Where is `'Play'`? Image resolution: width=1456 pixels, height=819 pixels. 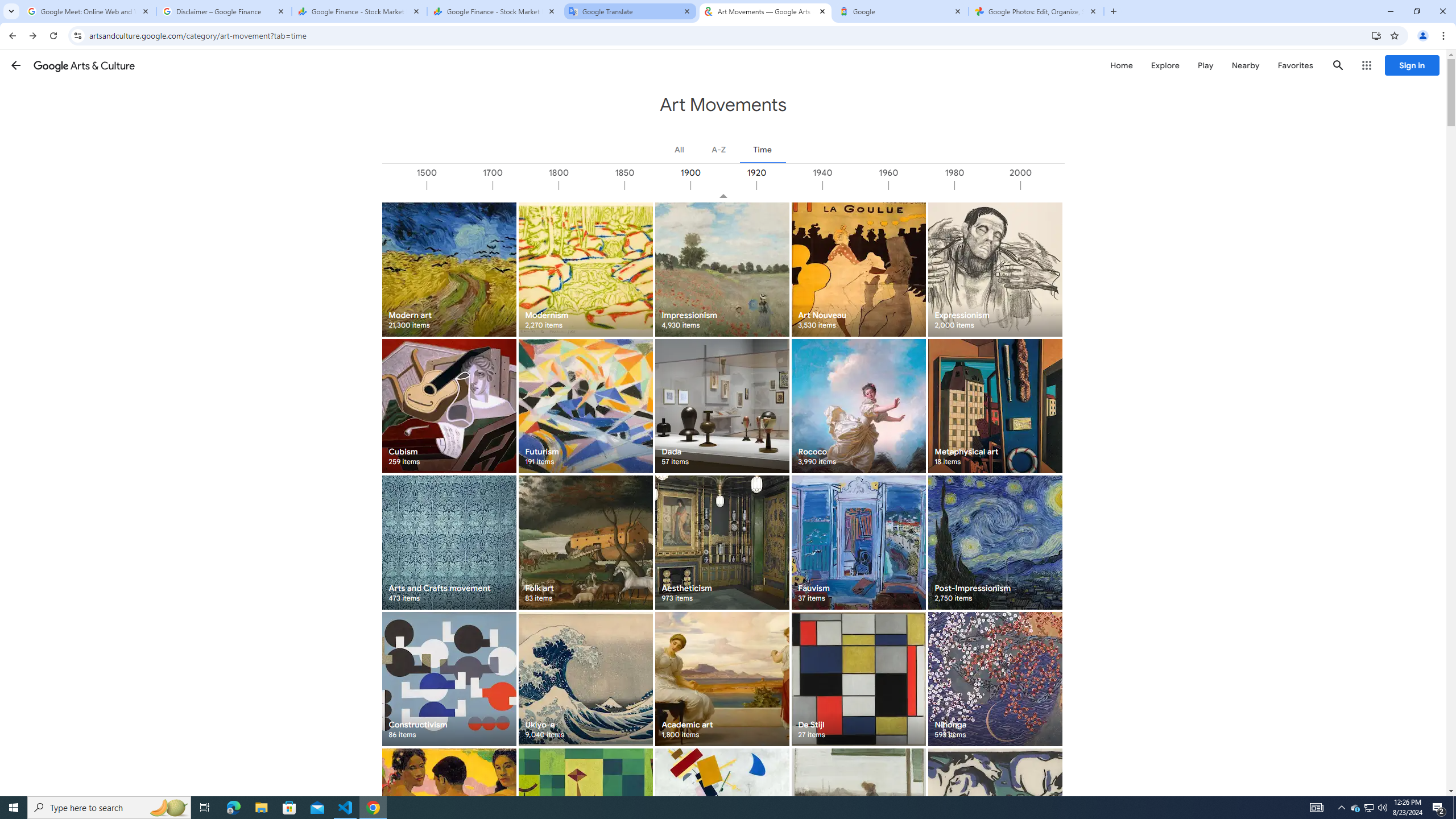 'Play' is located at coordinates (1205, 65).